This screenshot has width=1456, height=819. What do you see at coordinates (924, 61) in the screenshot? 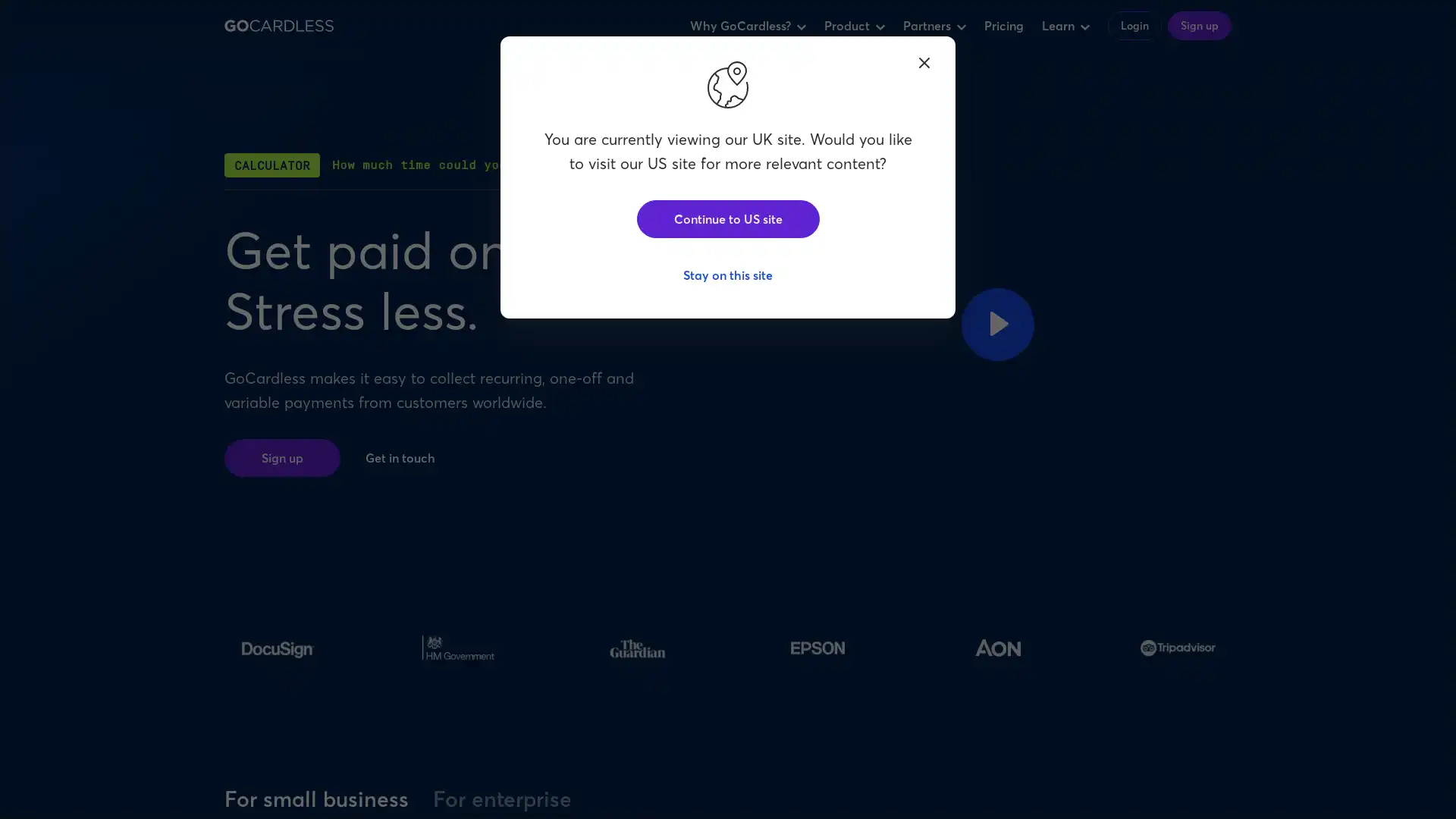
I see `Close` at bounding box center [924, 61].